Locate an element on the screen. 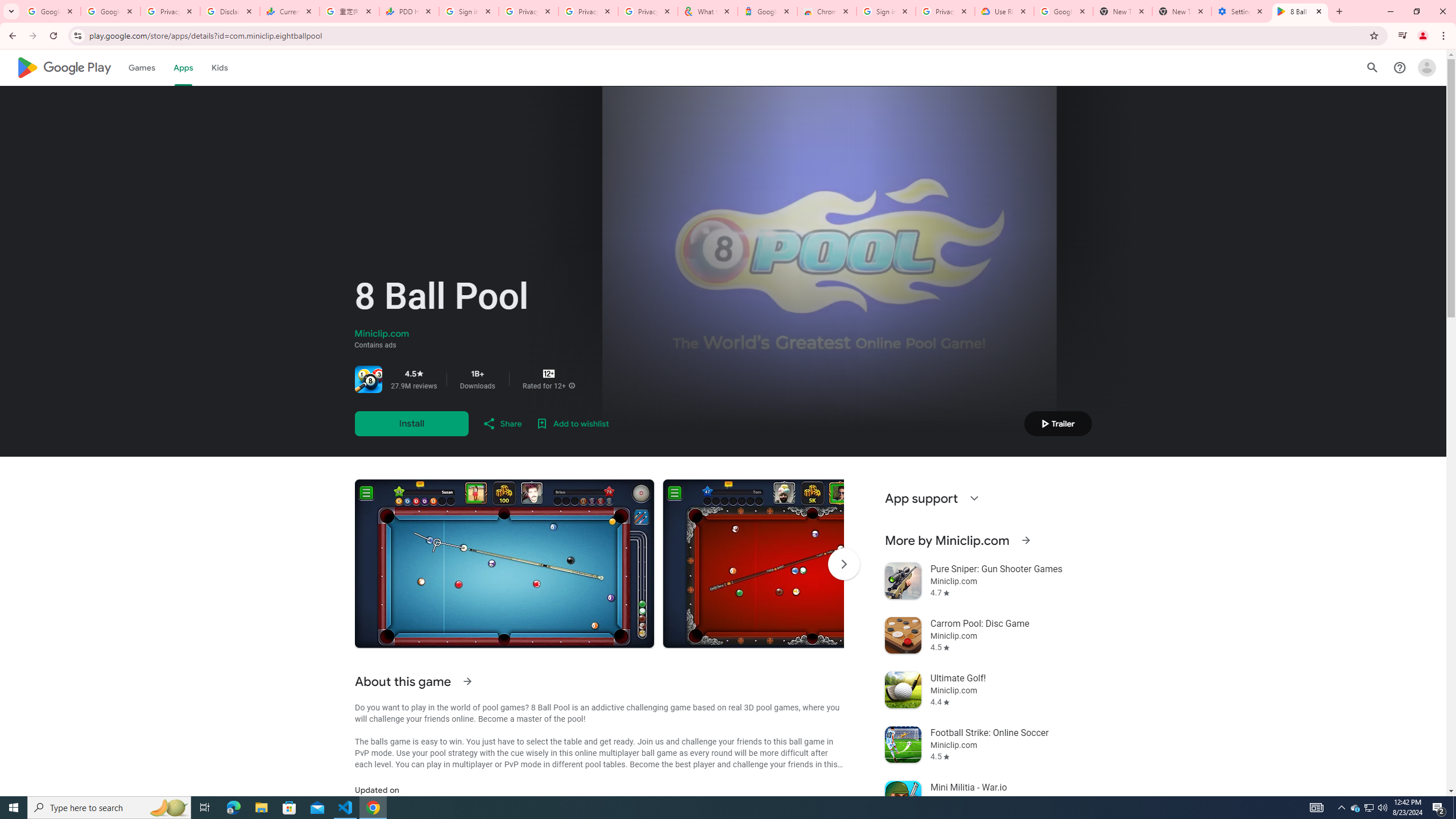 The width and height of the screenshot is (1456, 819). 'More info about this content rating' is located at coordinates (570, 385).